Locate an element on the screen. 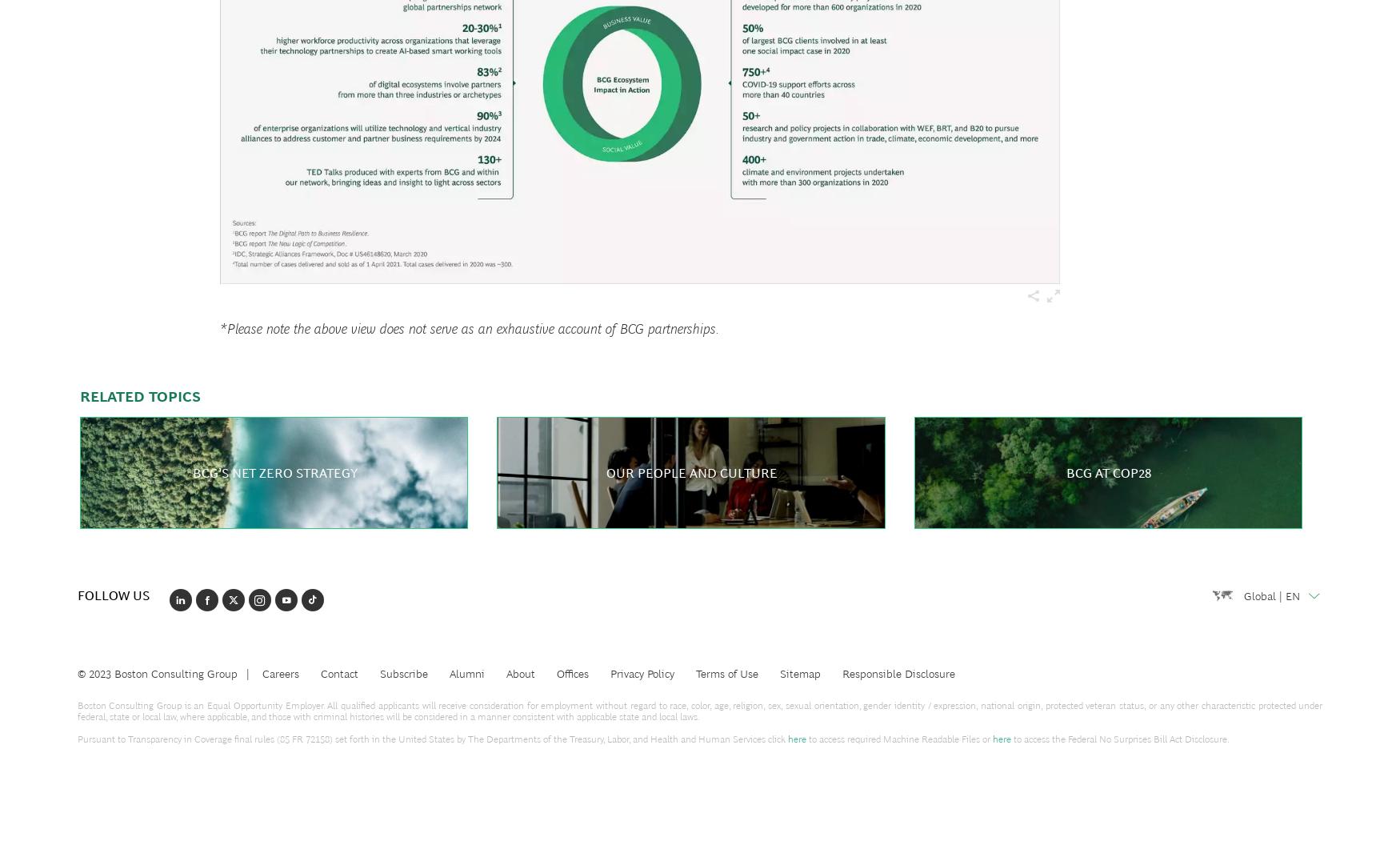 The height and width of the screenshot is (841, 1400). 'Related Topics' is located at coordinates (79, 396).